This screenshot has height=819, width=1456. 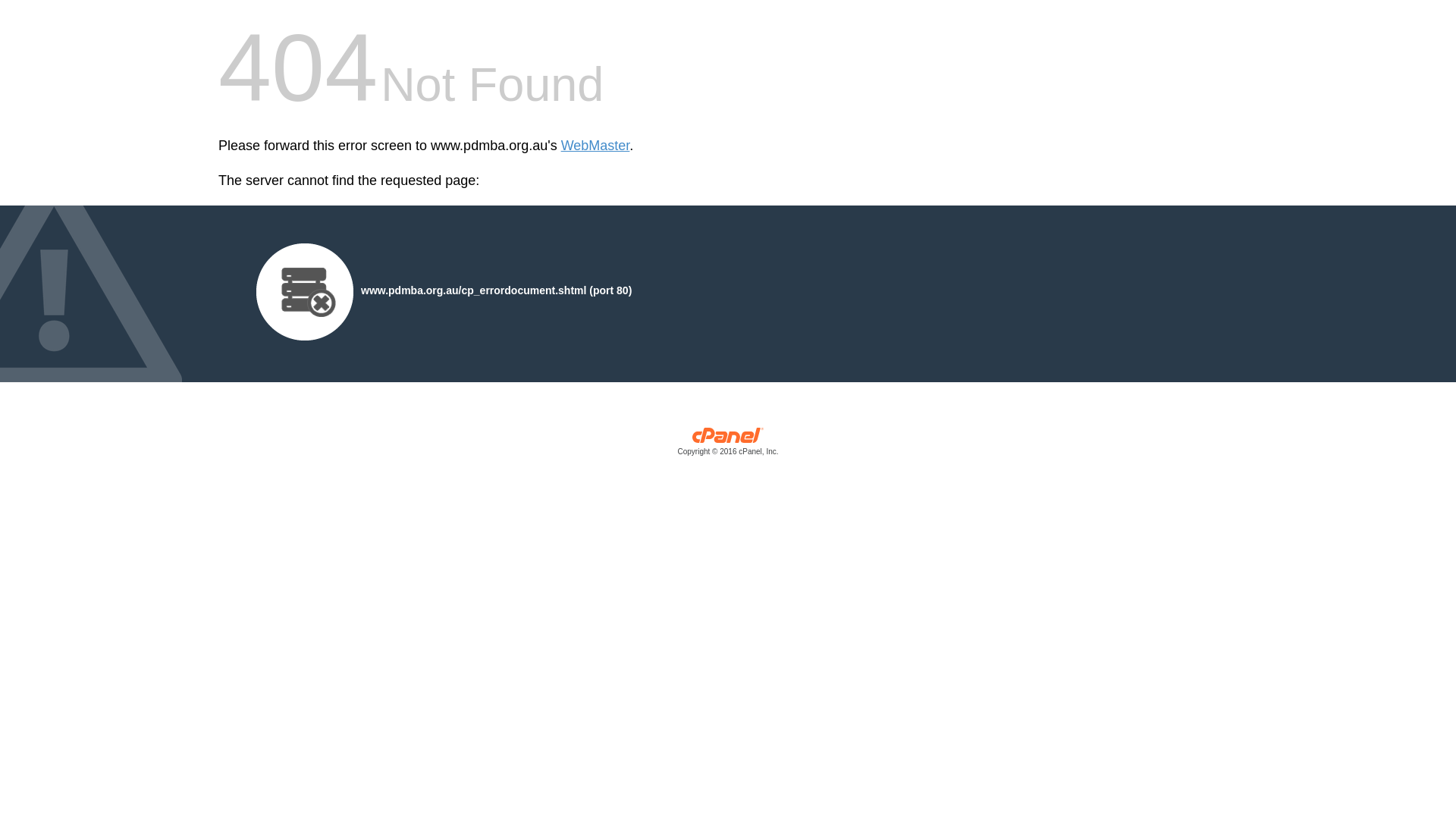 What do you see at coordinates (595, 146) in the screenshot?
I see `'WebMaster'` at bounding box center [595, 146].